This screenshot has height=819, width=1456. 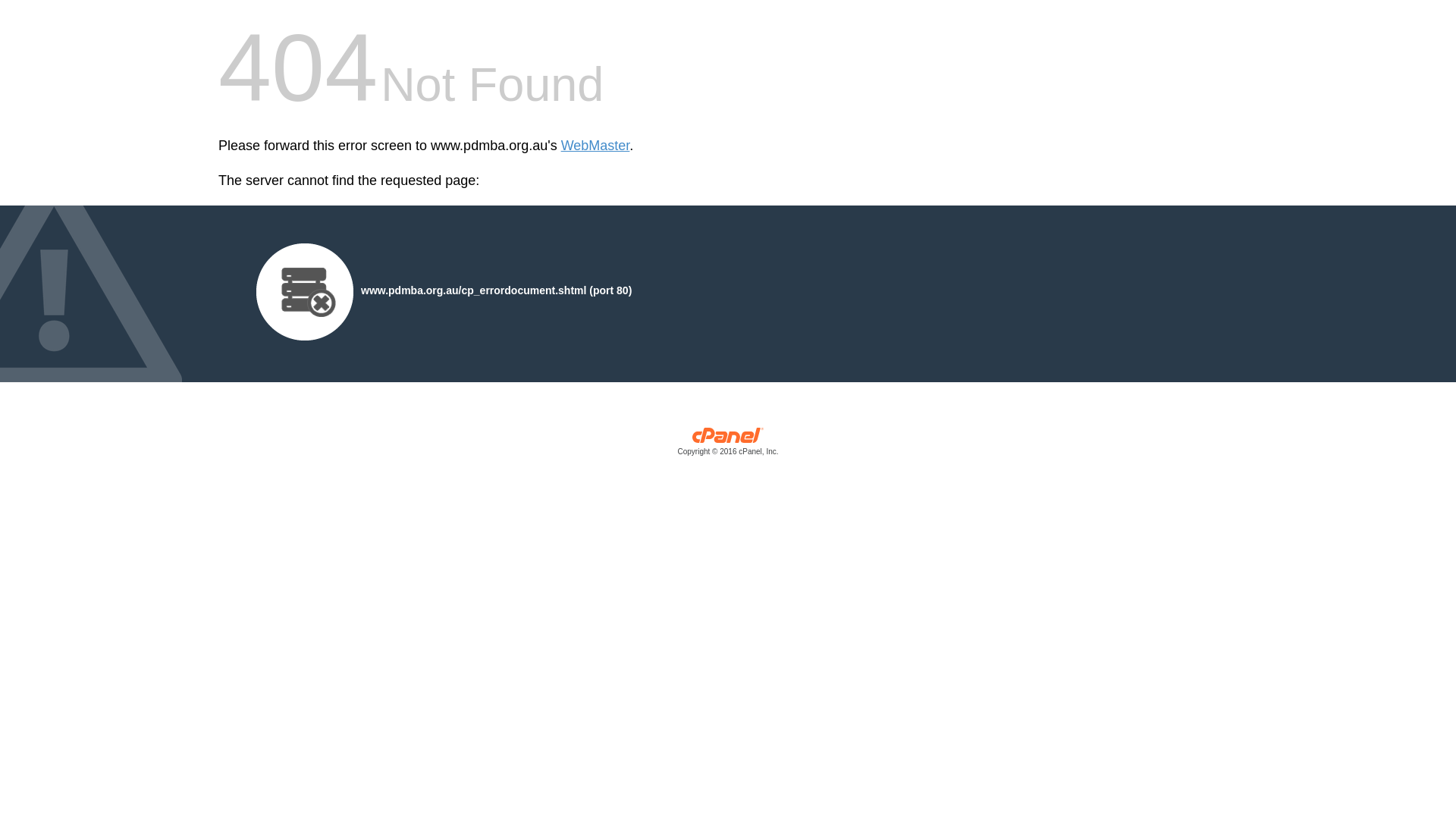 What do you see at coordinates (595, 146) in the screenshot?
I see `'WebMaster'` at bounding box center [595, 146].